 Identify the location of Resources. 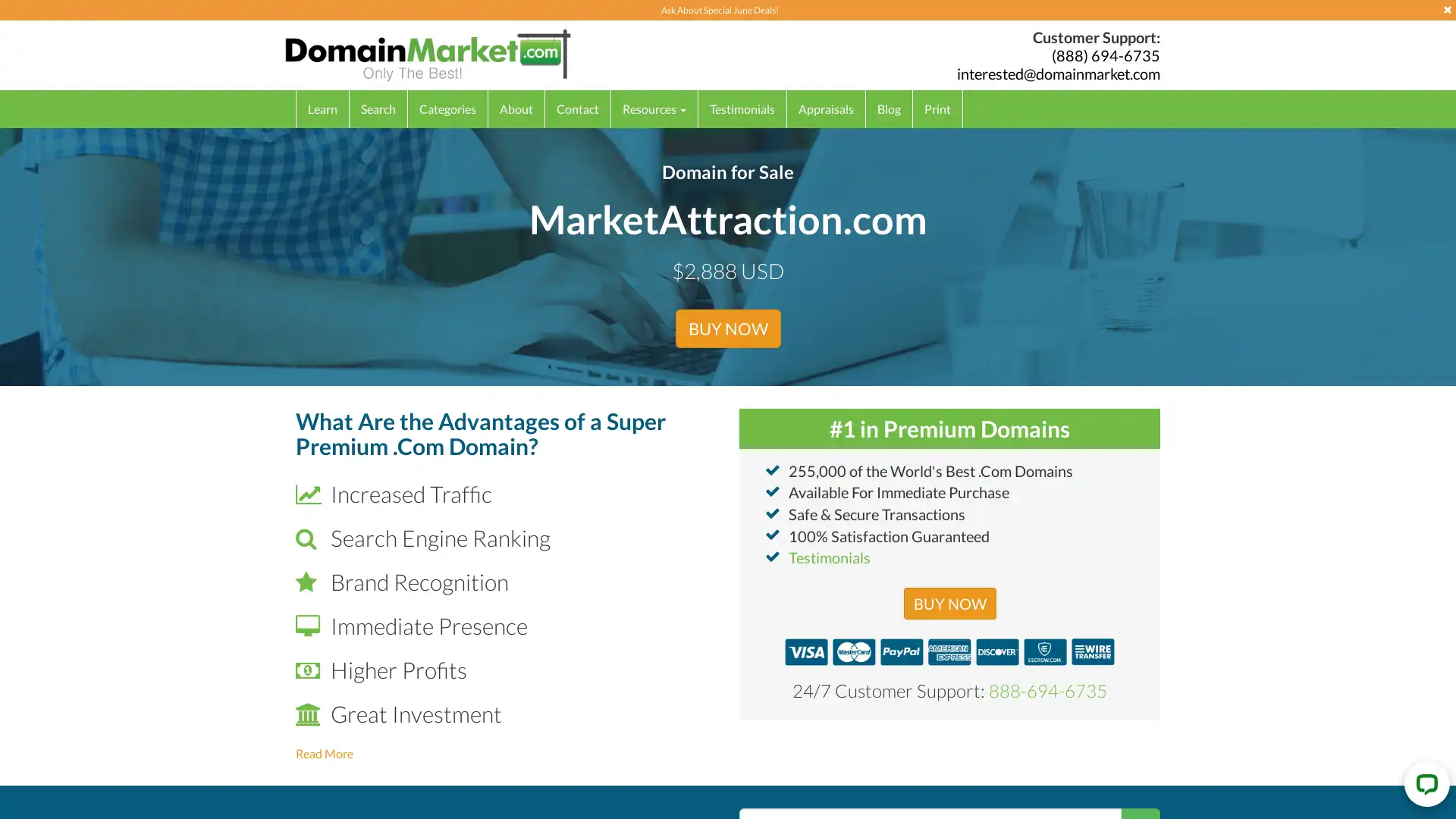
(654, 108).